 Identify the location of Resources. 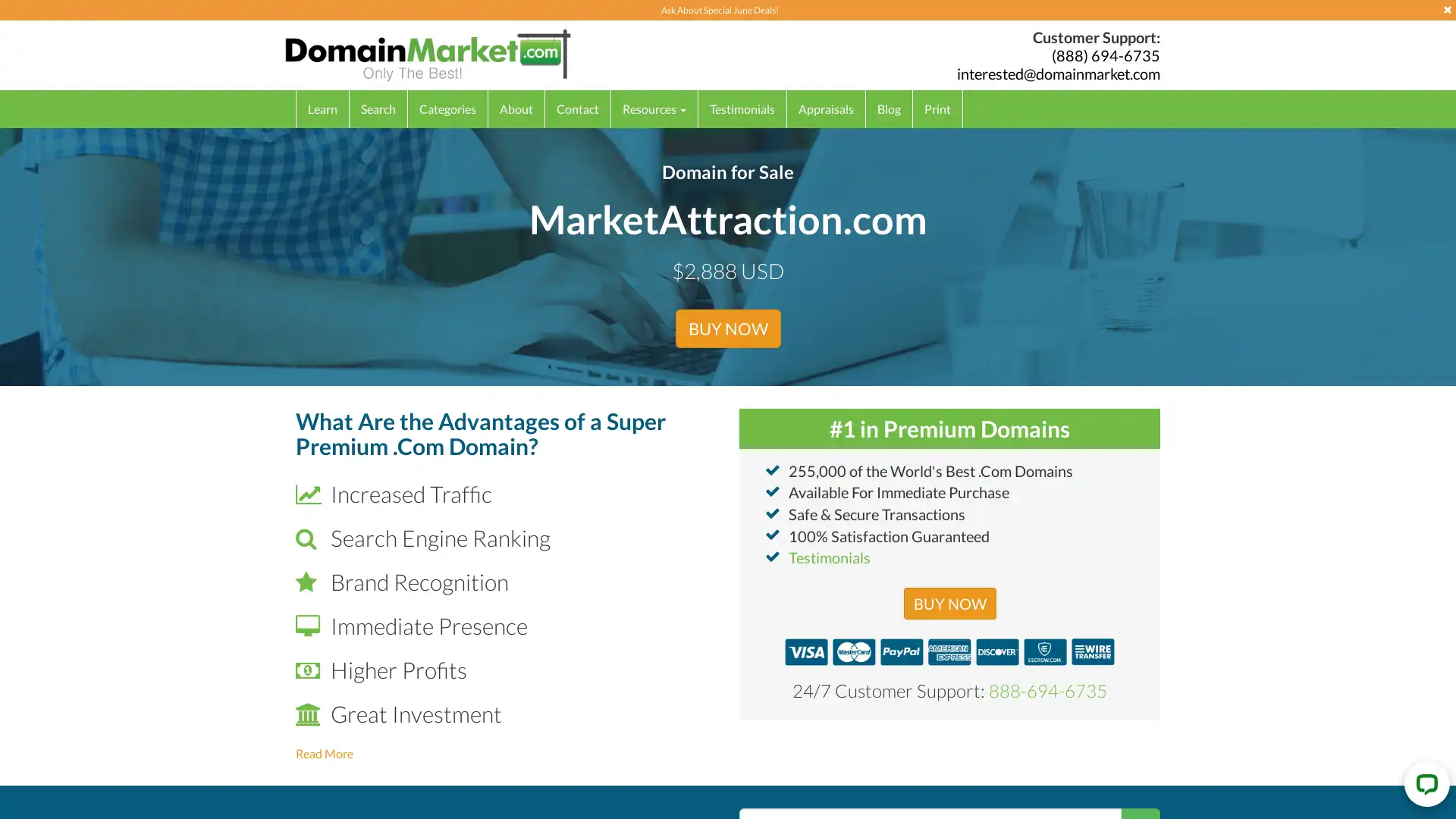
(654, 108).